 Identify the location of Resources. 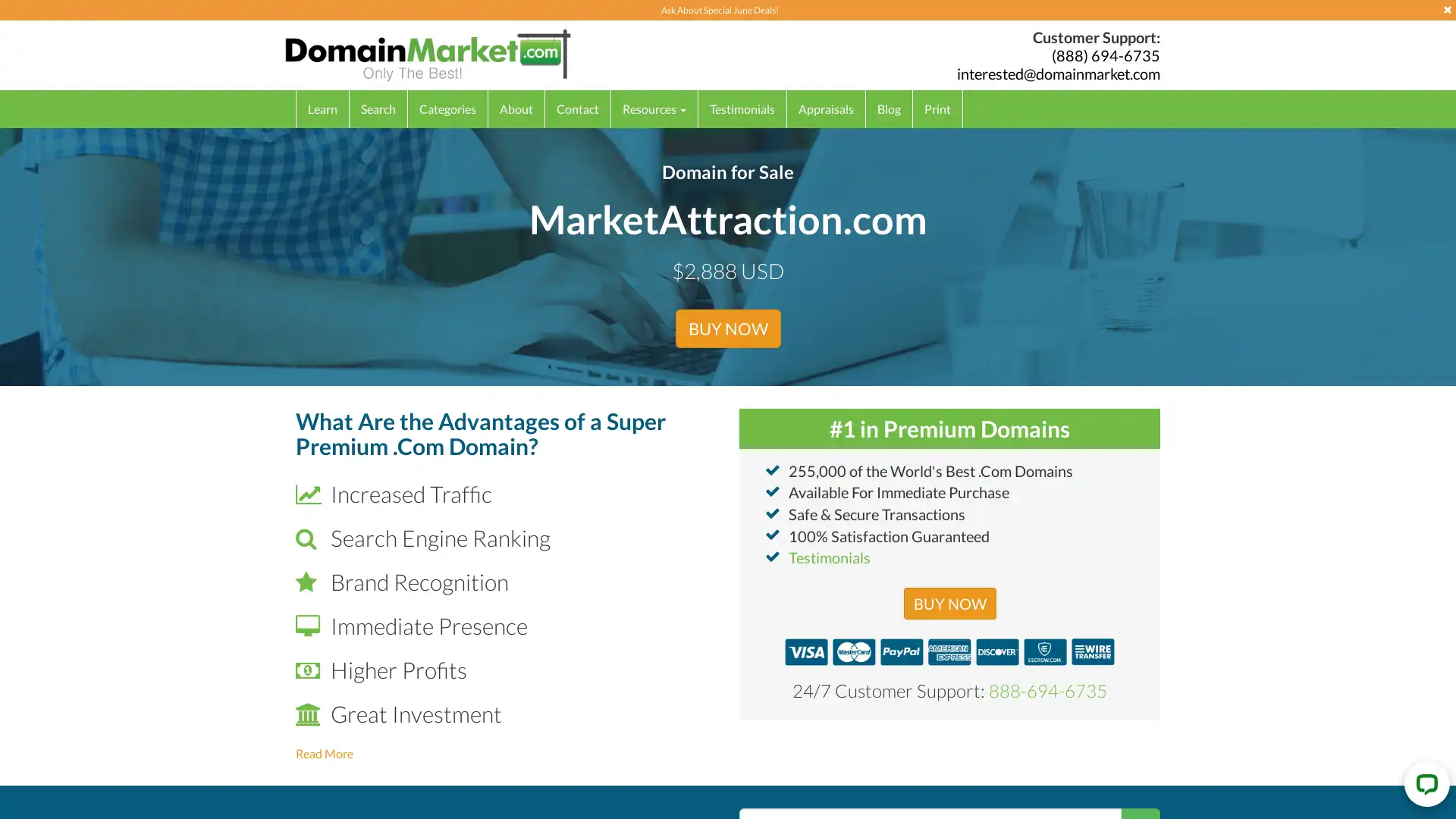
(654, 108).